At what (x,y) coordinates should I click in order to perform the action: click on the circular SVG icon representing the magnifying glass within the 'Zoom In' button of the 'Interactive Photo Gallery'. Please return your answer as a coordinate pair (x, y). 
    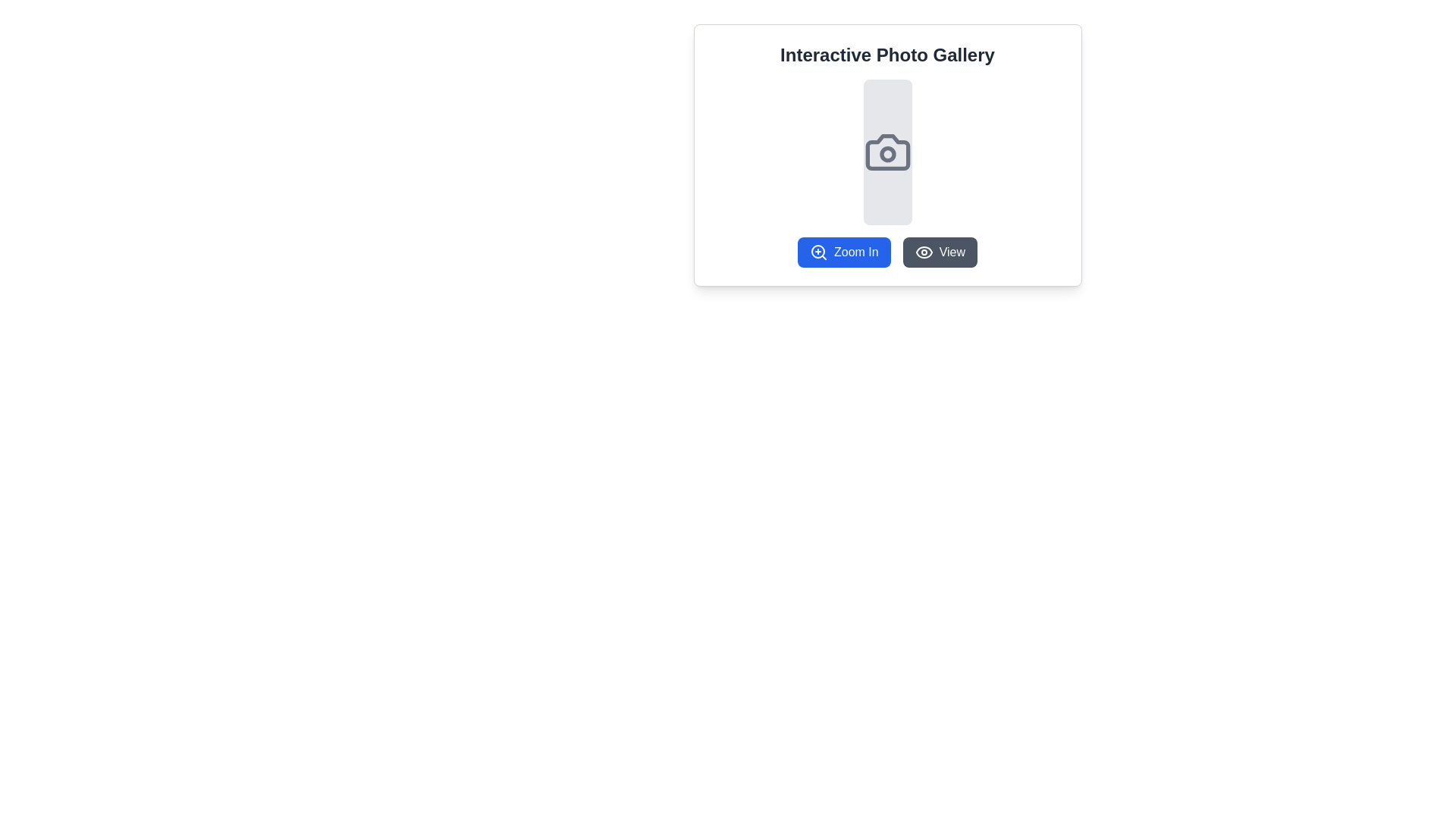
    Looking at the image, I should click on (817, 250).